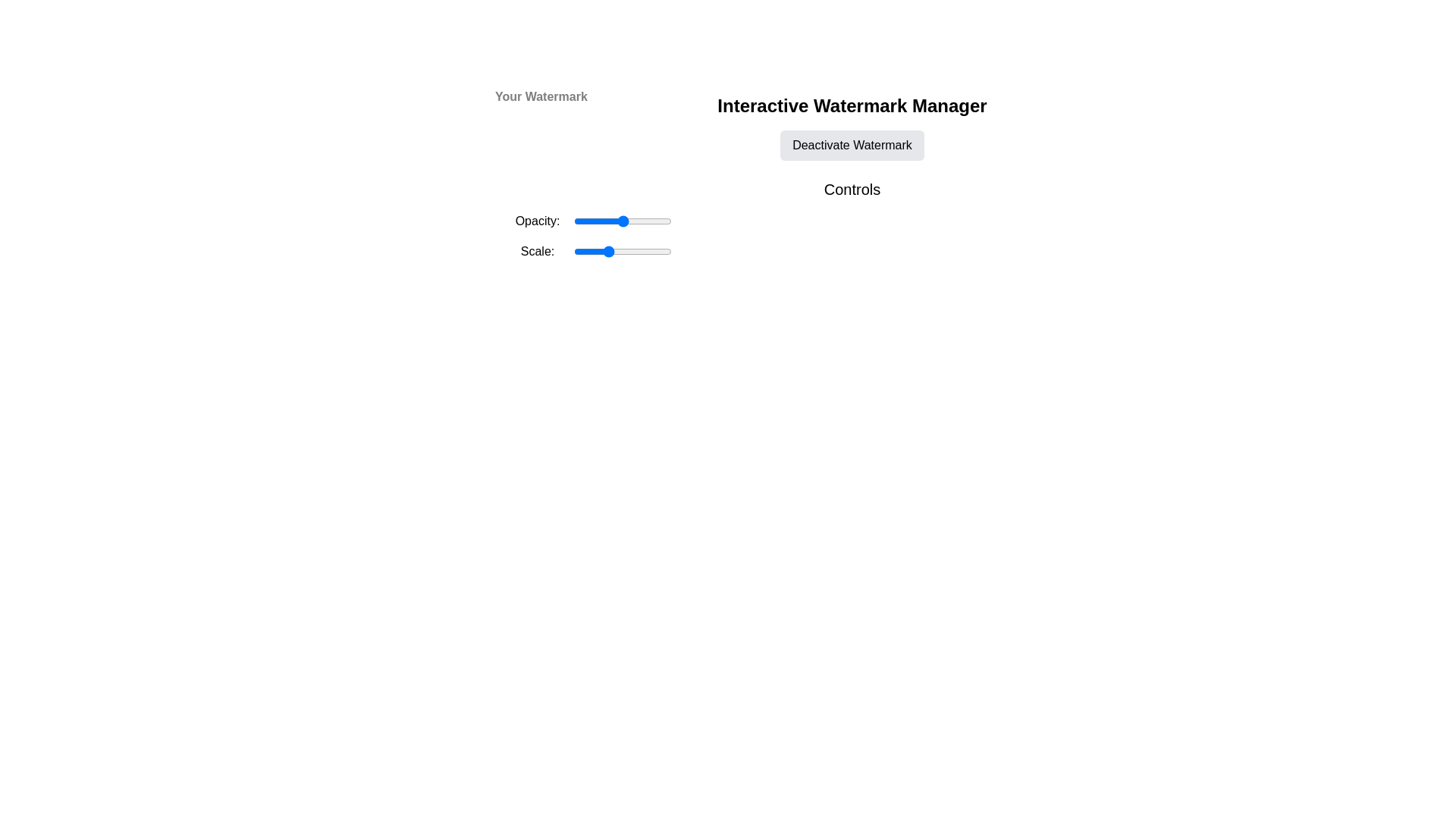 The height and width of the screenshot is (819, 1456). What do you see at coordinates (852, 105) in the screenshot?
I see `the static text label displaying the title 'Interactive Watermark Manager', which is styled in a larger, bold font and serves as the header above the 'Deactivate Watermark' button` at bounding box center [852, 105].